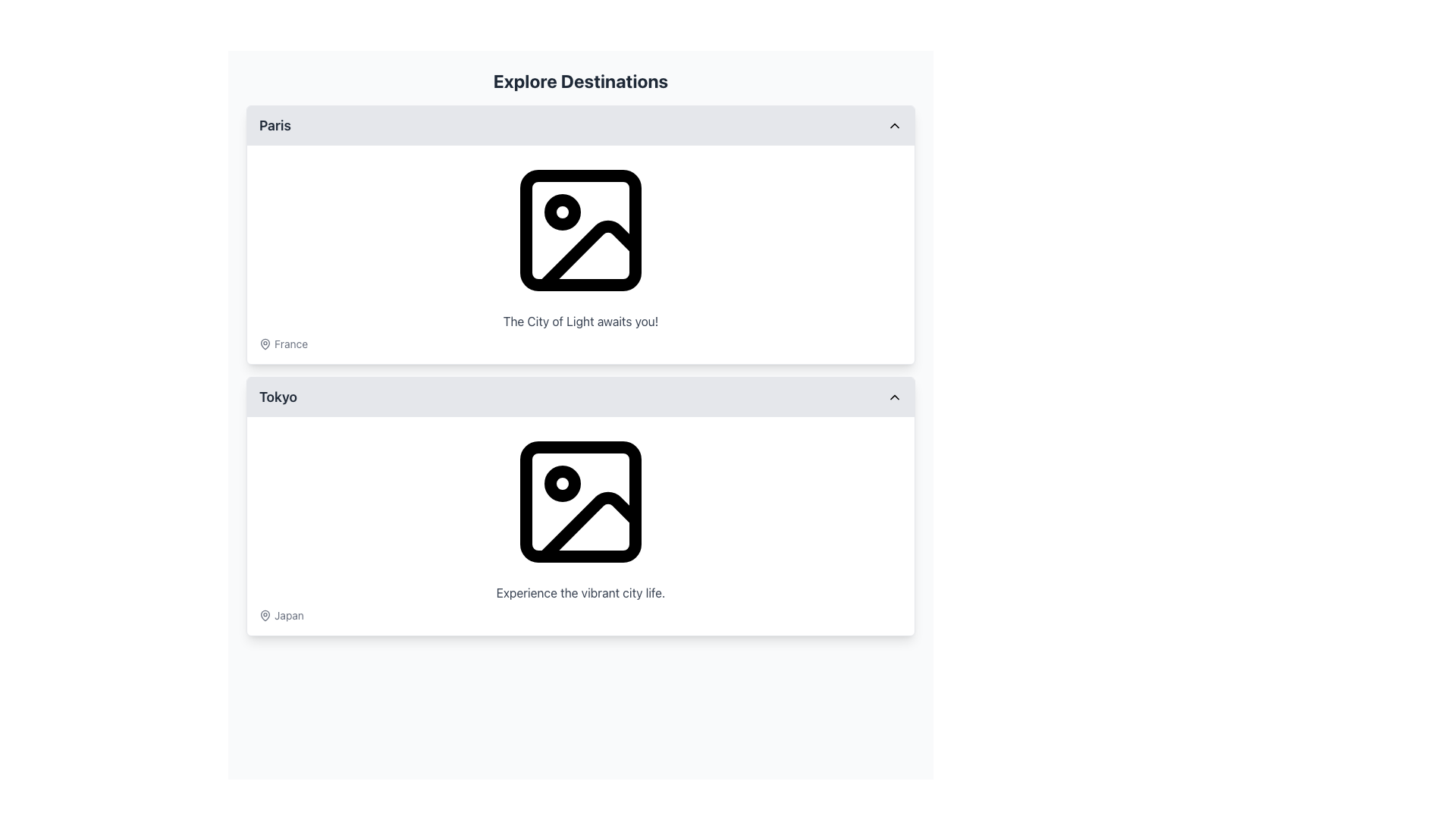 The width and height of the screenshot is (1456, 819). I want to click on the Image and Text Combination element that features a circular and triangular motif with the text 'Experience the vibrant city life.' and 'Japan' below, located centrally within the card titled 'Tokyo', so click(580, 526).